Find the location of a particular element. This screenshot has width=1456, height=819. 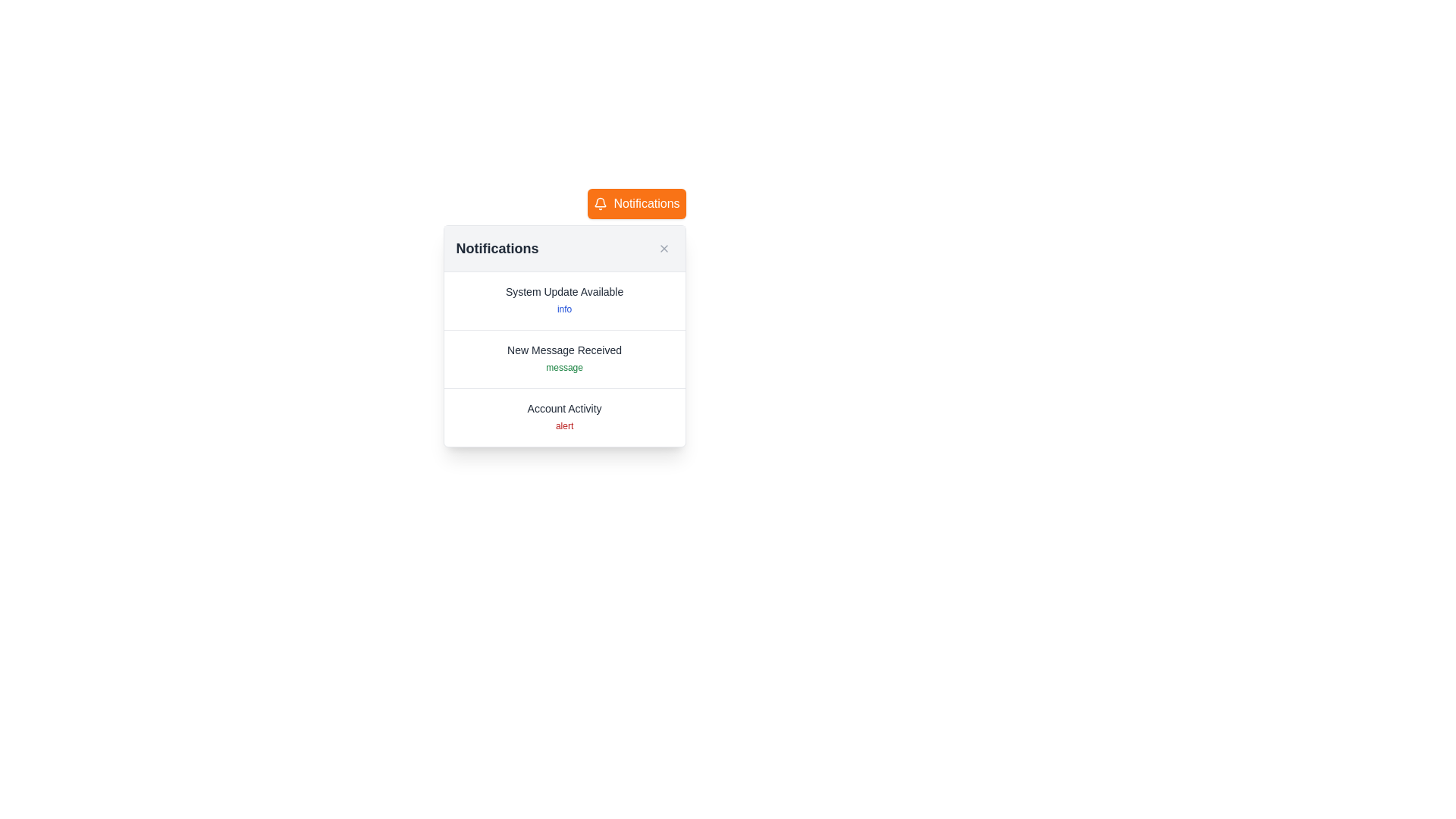

the close button located in the top-right corner of the notification panel is located at coordinates (664, 247).